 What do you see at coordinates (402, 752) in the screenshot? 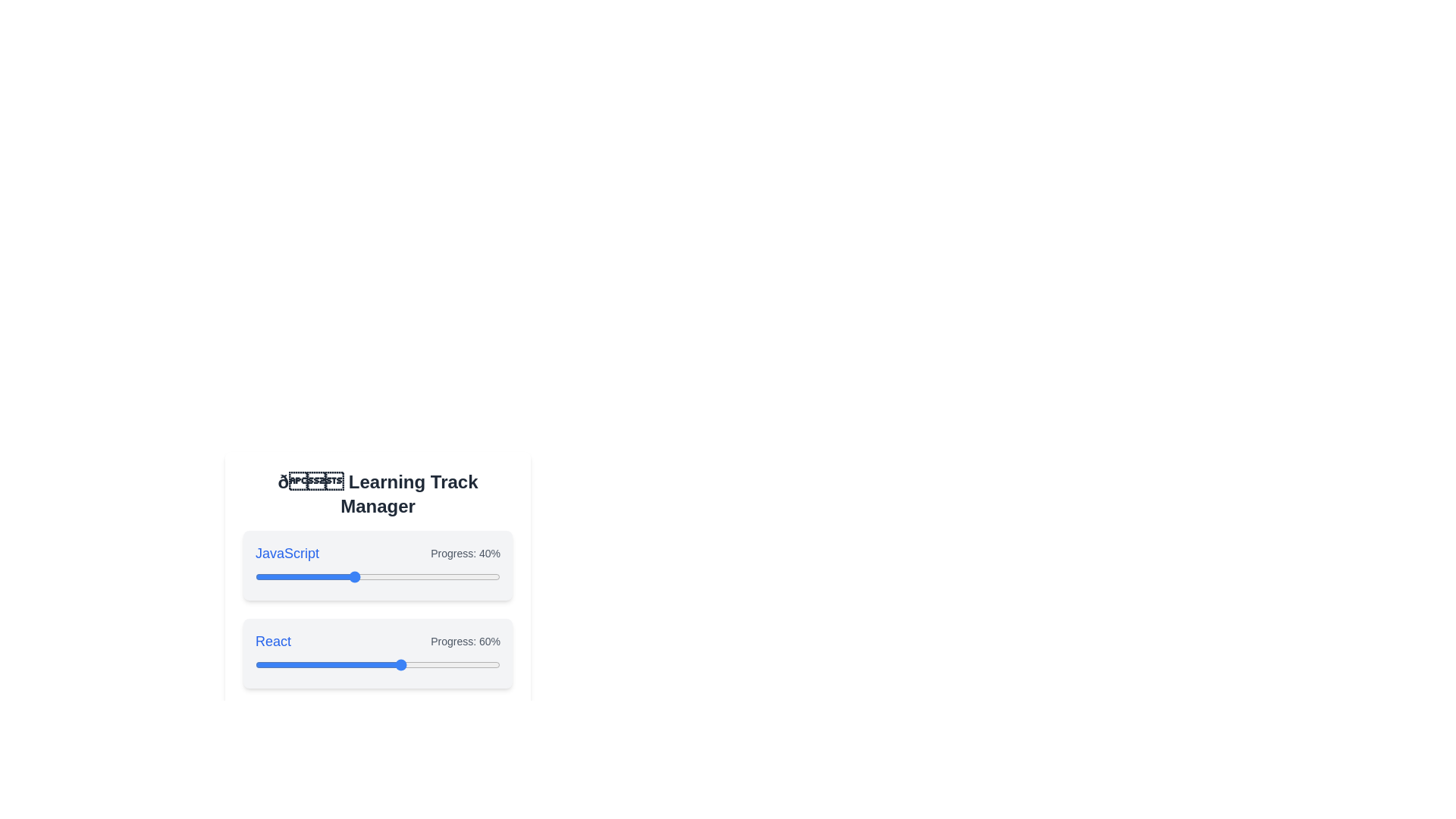
I see `the slider` at bounding box center [402, 752].